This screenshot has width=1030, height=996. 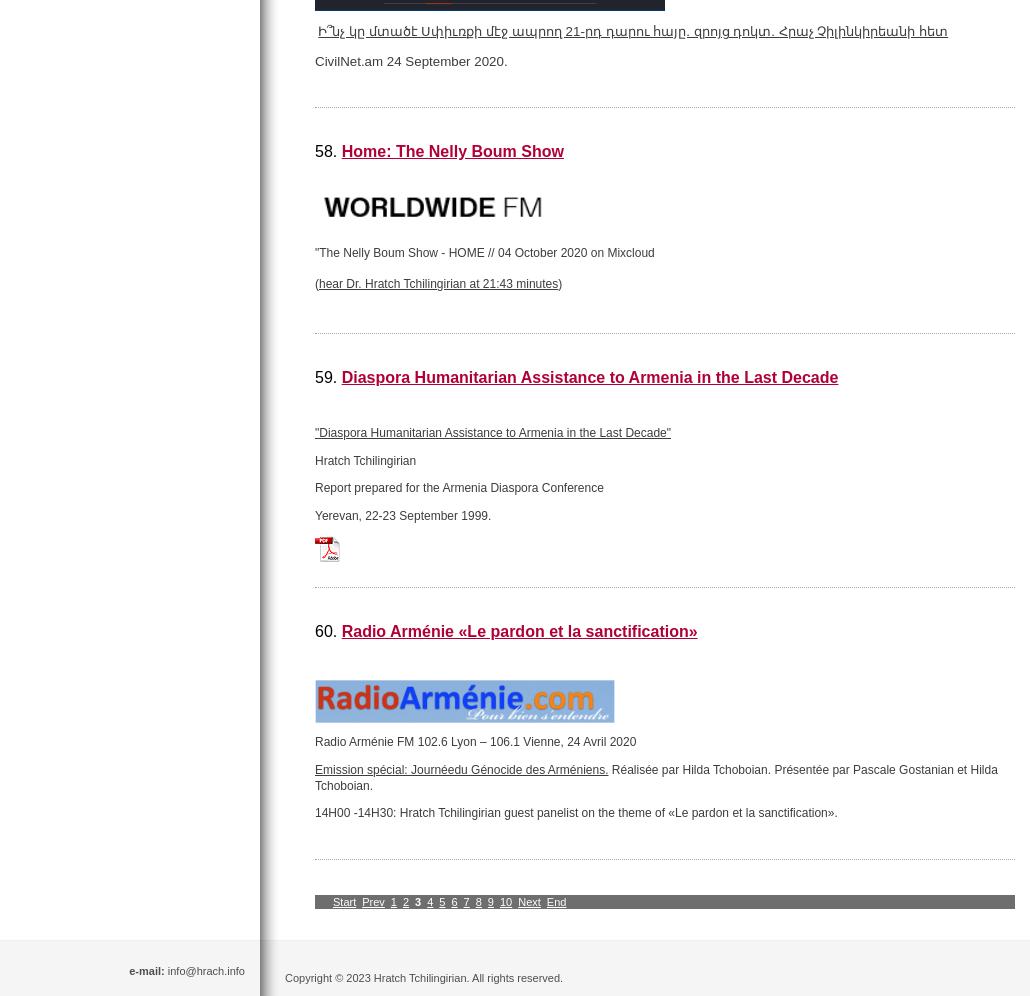 What do you see at coordinates (405, 899) in the screenshot?
I see `'2'` at bounding box center [405, 899].